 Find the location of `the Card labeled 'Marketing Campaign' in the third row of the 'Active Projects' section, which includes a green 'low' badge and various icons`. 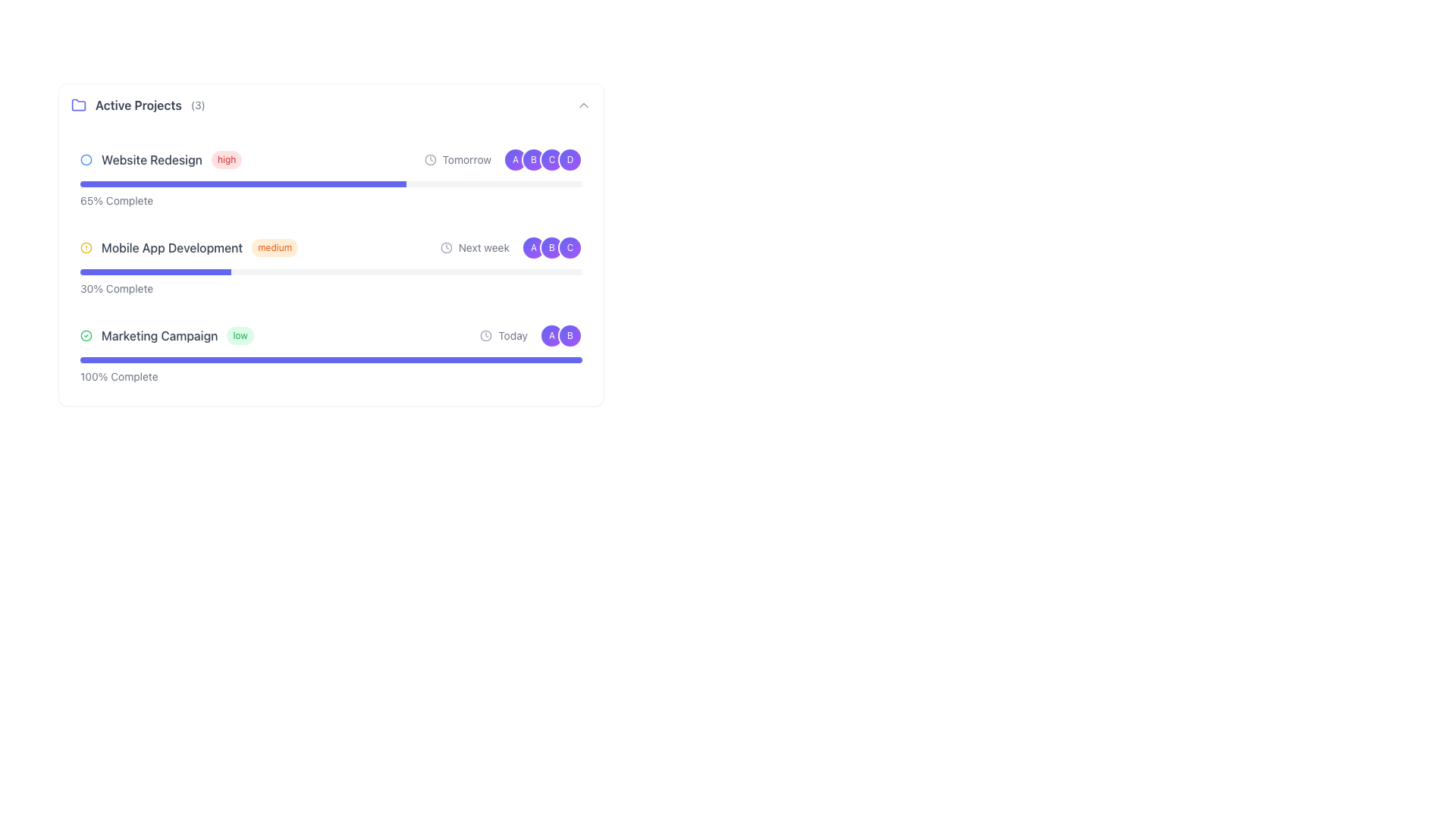

the Card labeled 'Marketing Campaign' in the third row of the 'Active Projects' section, which includes a green 'low' badge and various icons is located at coordinates (330, 335).